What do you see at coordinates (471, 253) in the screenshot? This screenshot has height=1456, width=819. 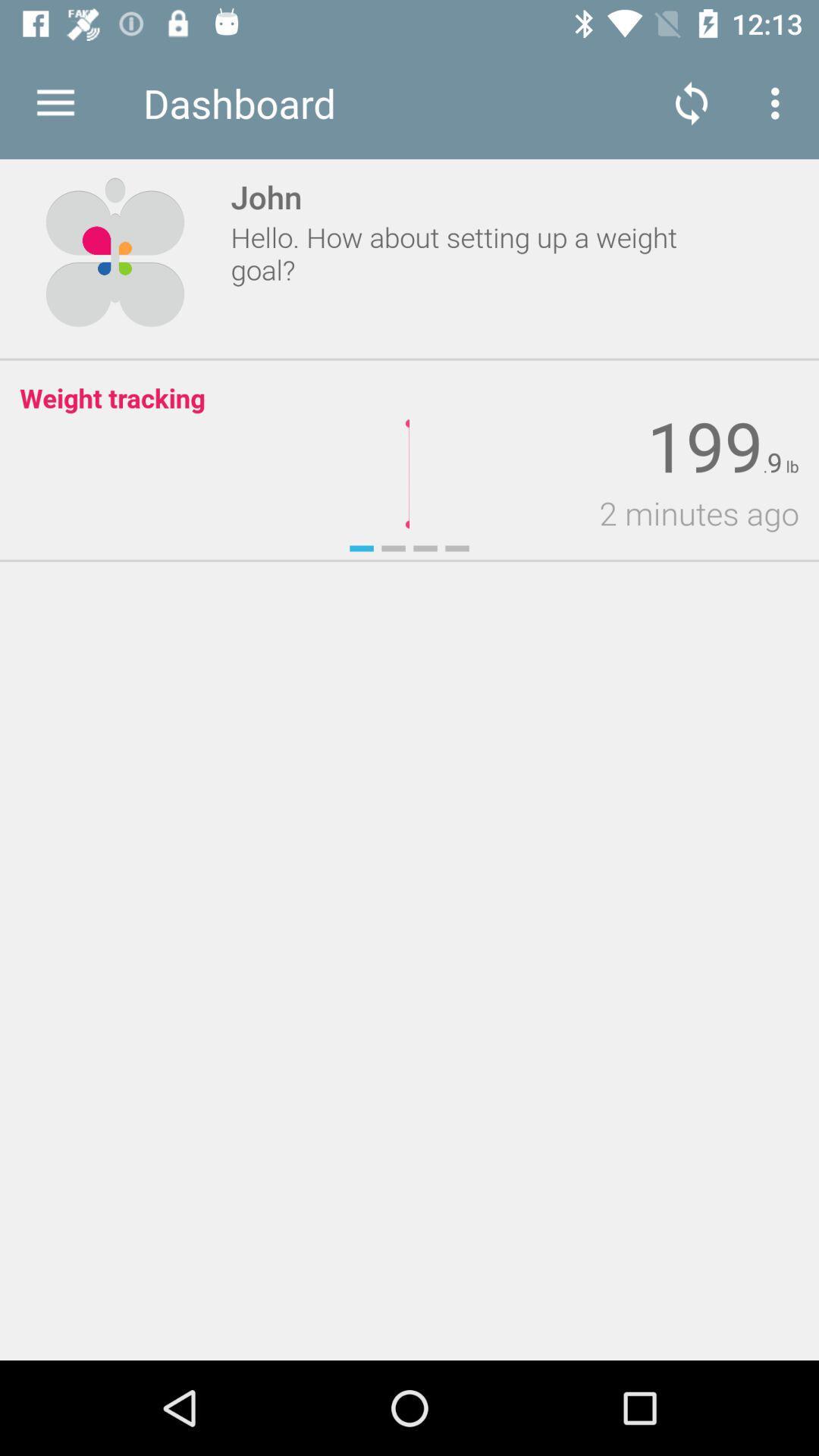 I see `hello how about item` at bounding box center [471, 253].